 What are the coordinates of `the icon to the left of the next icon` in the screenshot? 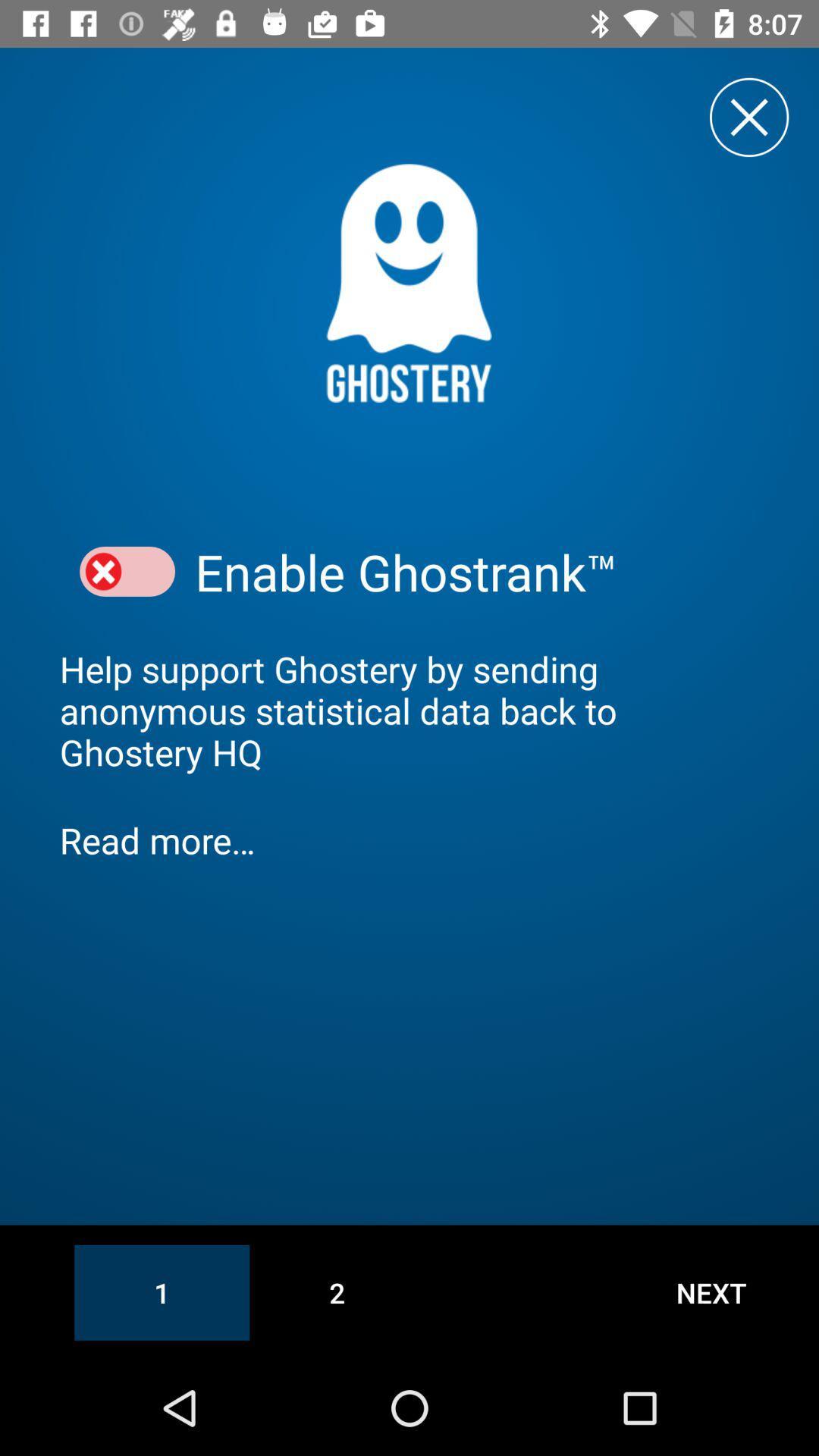 It's located at (336, 1291).